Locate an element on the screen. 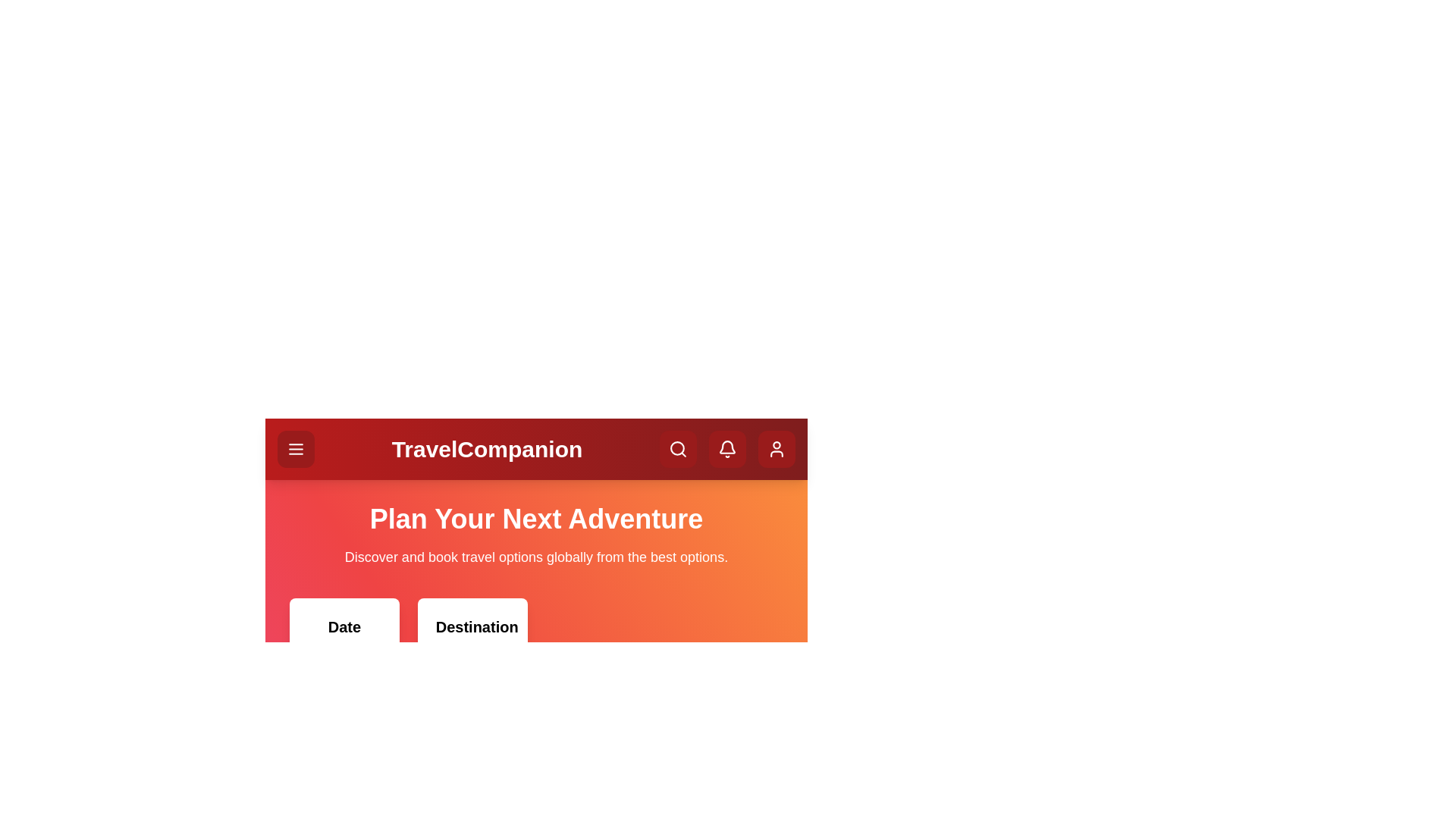 This screenshot has width=1456, height=819. the 'Destination' option in the main section is located at coordinates (472, 673).